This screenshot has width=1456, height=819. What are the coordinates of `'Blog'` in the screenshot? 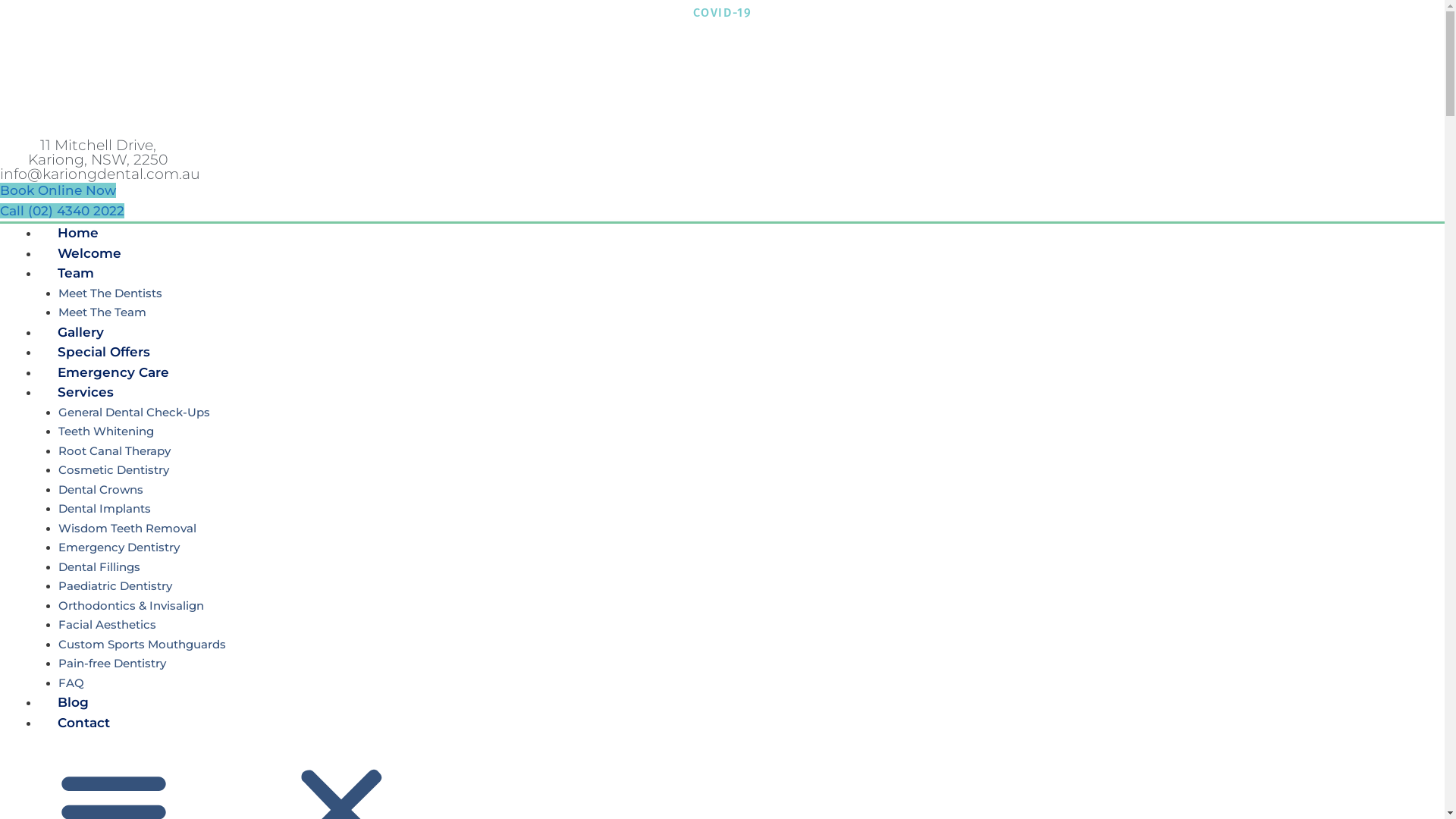 It's located at (72, 701).